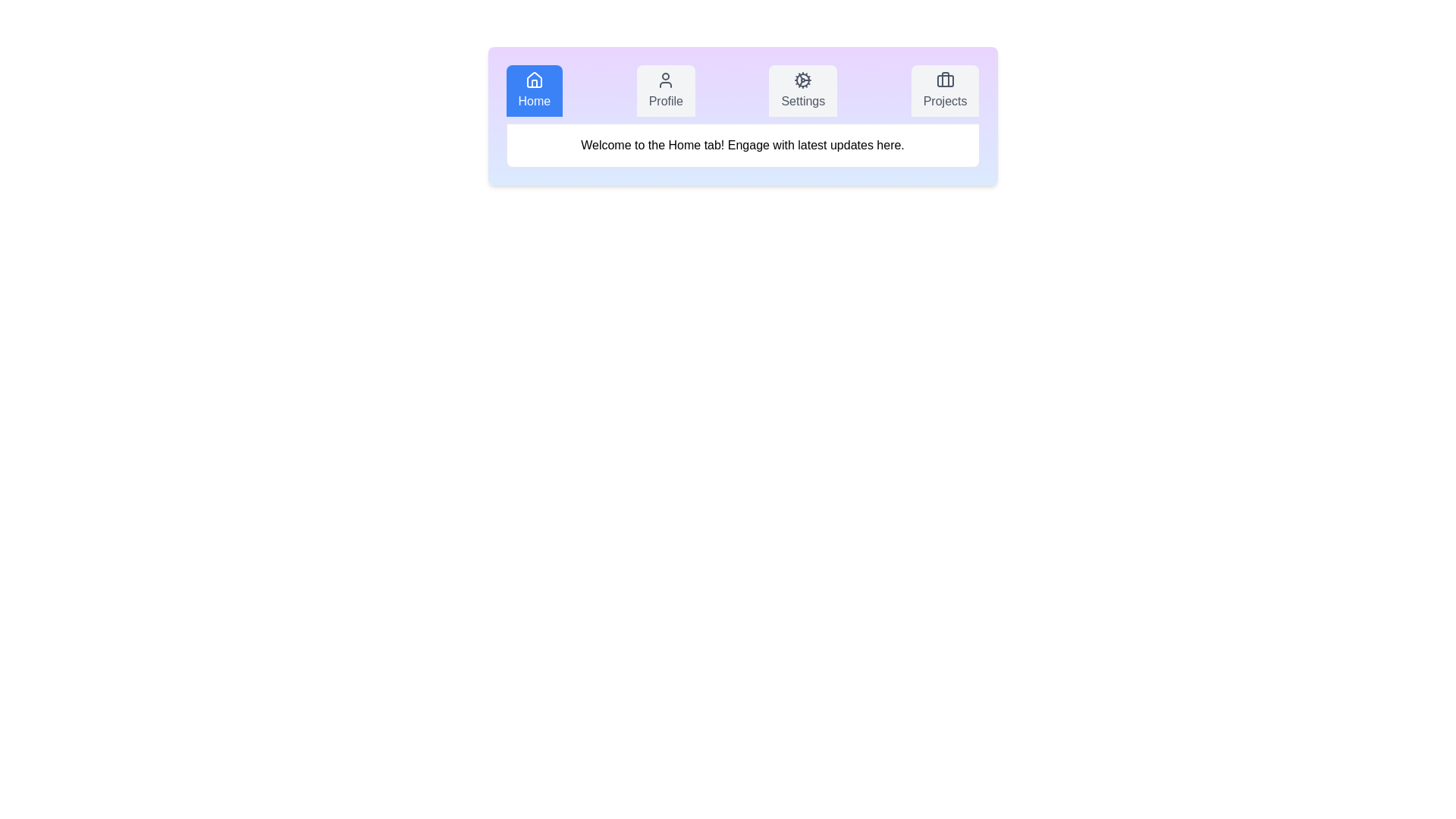 Image resolution: width=1456 pixels, height=819 pixels. What do you see at coordinates (944, 80) in the screenshot?
I see `the briefcase icon within the 'Projects' button on the rightmost side of the navigation bar` at bounding box center [944, 80].